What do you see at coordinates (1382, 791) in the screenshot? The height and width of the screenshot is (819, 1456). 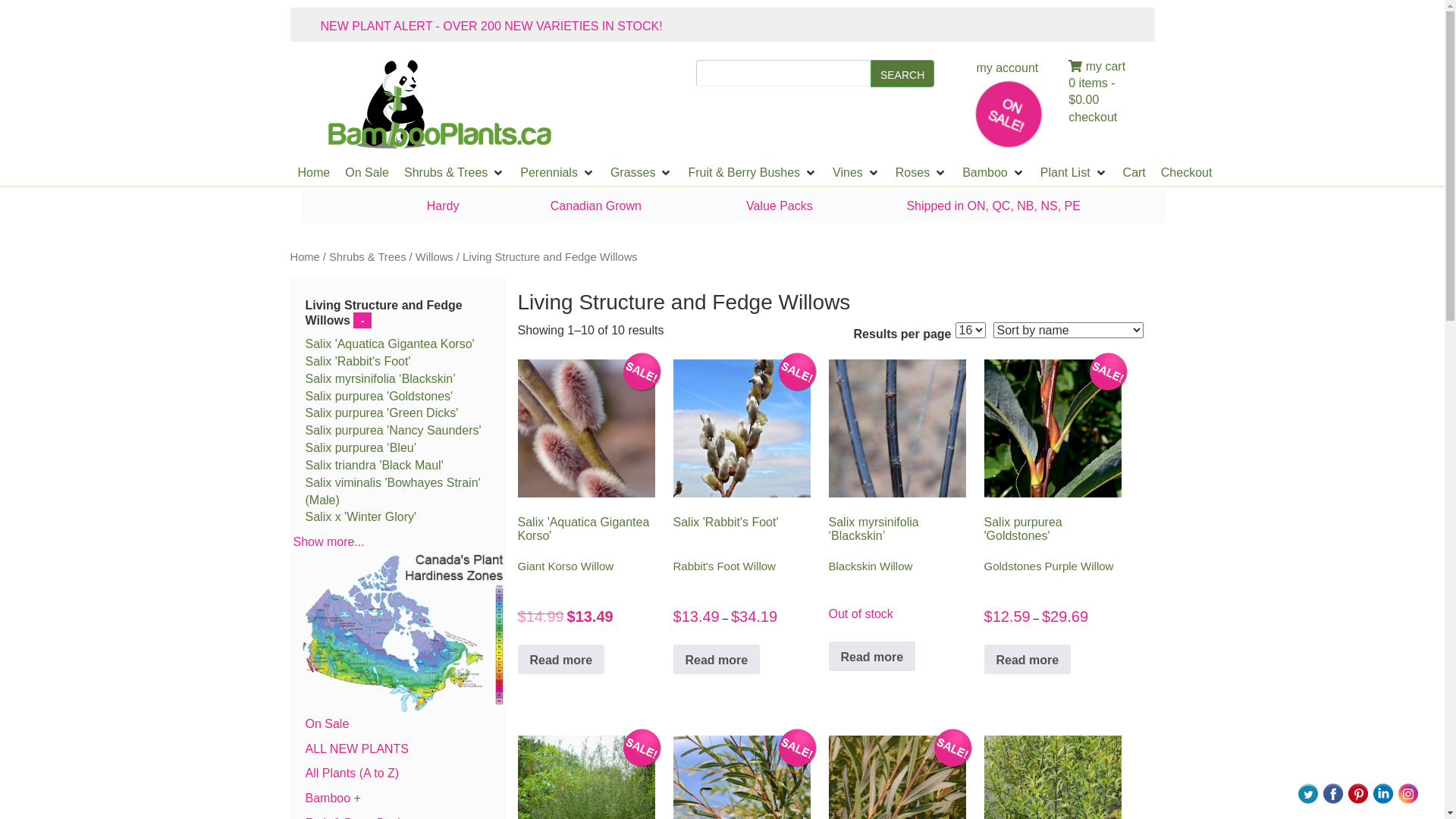 I see `'Visit Us On Linkedin'` at bounding box center [1382, 791].